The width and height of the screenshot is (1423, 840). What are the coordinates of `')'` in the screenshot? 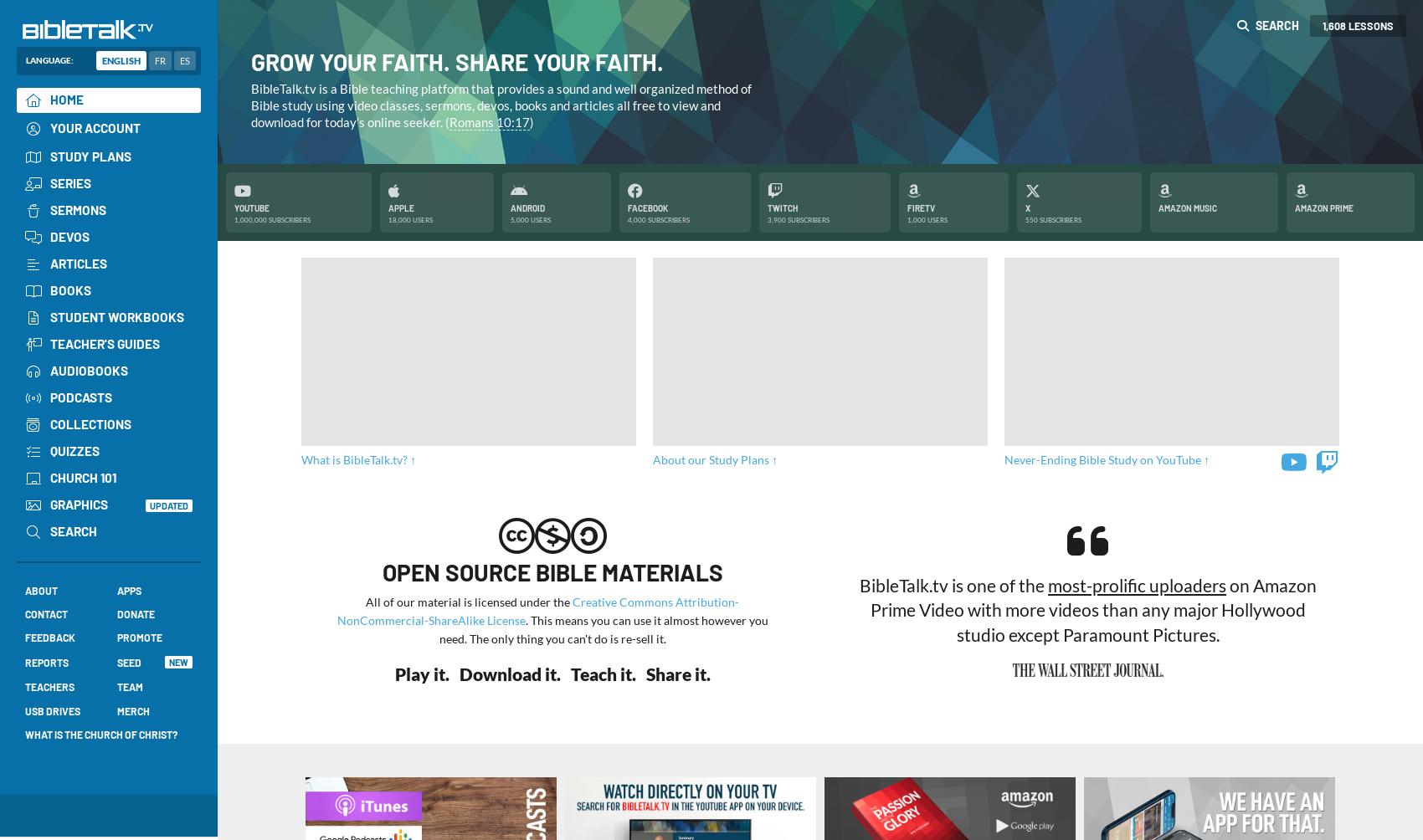 It's located at (531, 120).